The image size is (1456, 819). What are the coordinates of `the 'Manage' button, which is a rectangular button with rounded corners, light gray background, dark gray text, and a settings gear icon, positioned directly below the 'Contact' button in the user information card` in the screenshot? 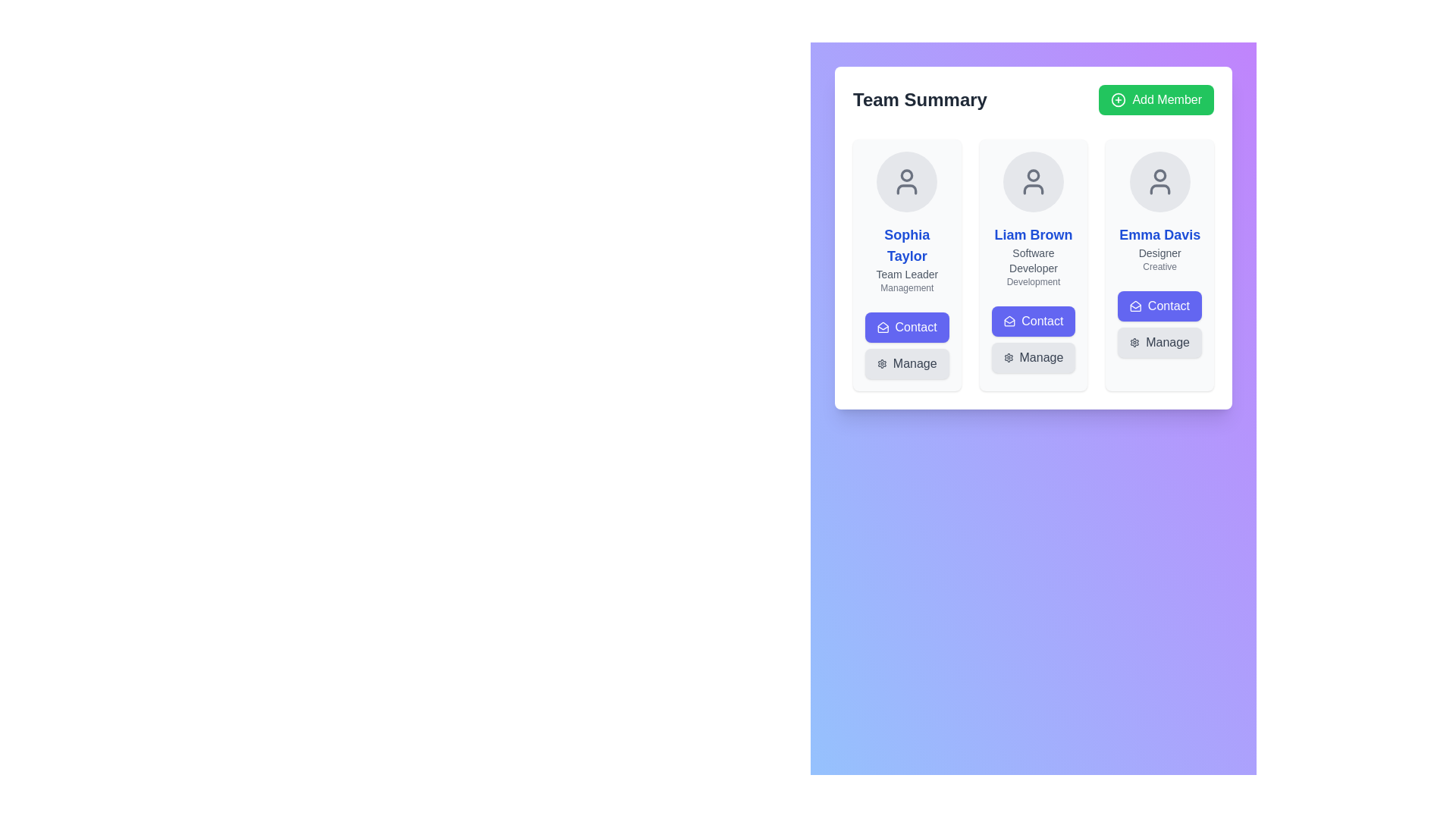 It's located at (907, 363).